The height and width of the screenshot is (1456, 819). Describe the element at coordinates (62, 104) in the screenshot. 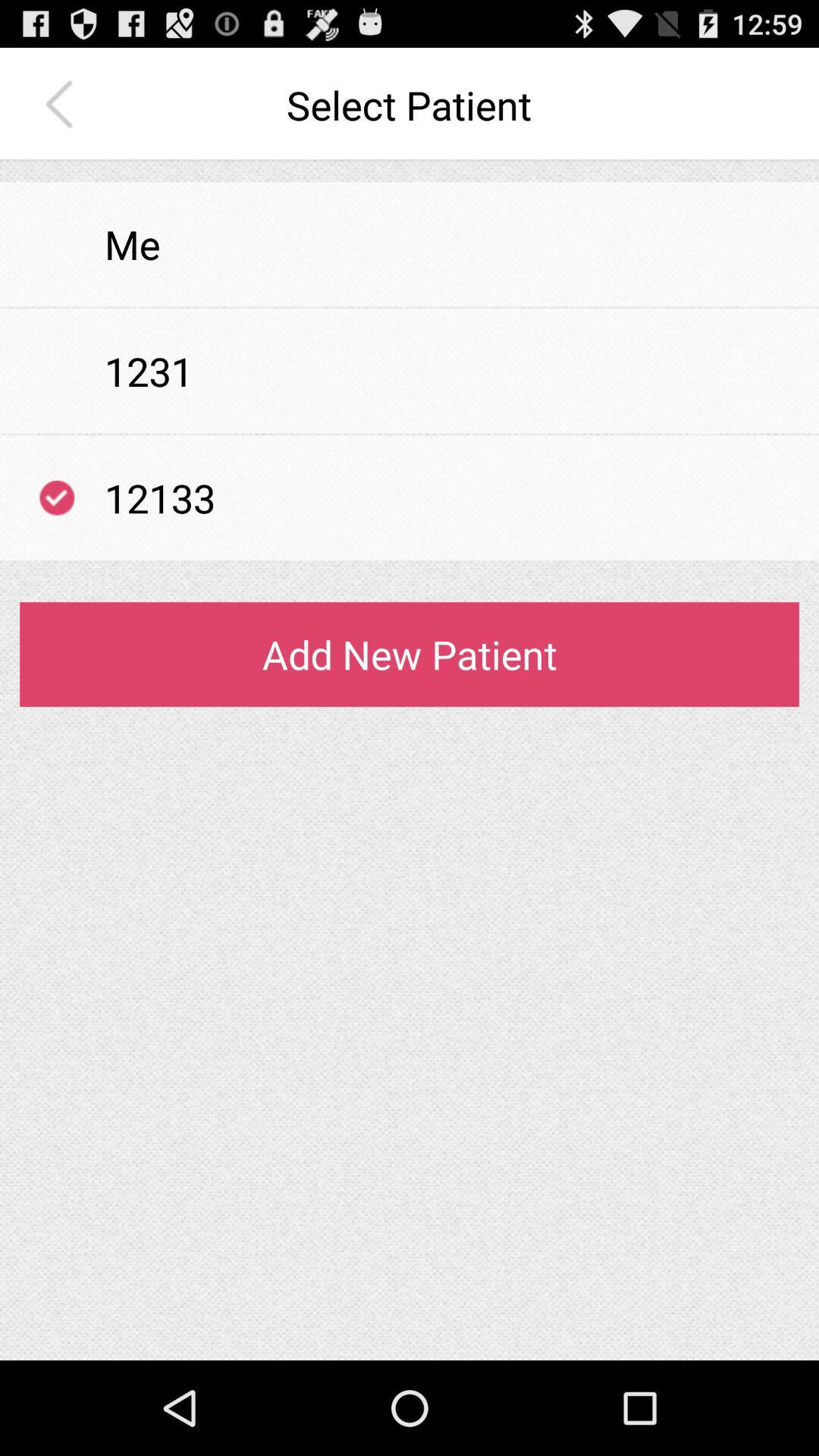

I see `the app next to the select patient` at that location.